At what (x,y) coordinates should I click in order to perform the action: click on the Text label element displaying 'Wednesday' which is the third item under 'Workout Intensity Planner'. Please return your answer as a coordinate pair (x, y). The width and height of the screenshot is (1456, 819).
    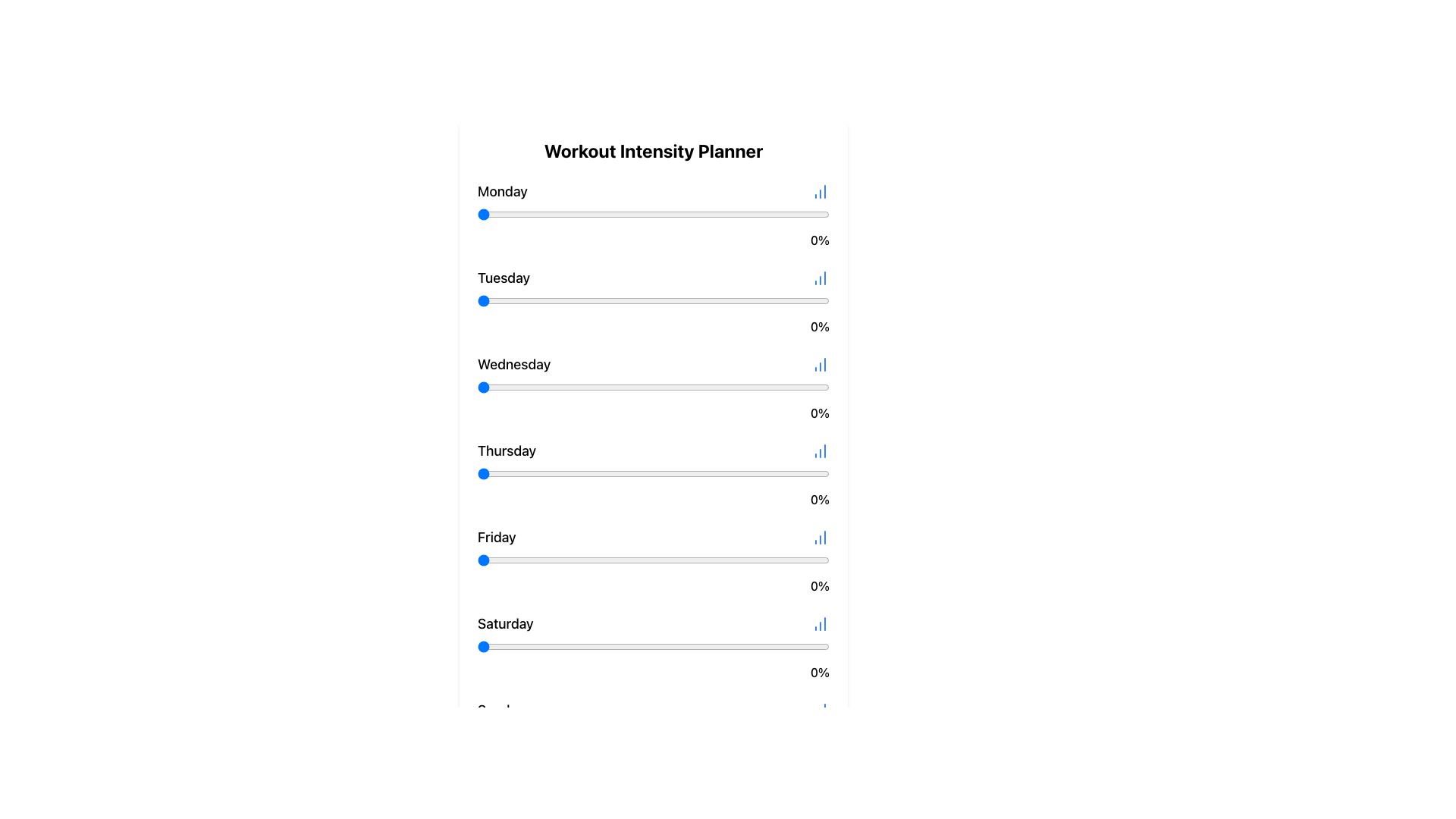
    Looking at the image, I should click on (514, 365).